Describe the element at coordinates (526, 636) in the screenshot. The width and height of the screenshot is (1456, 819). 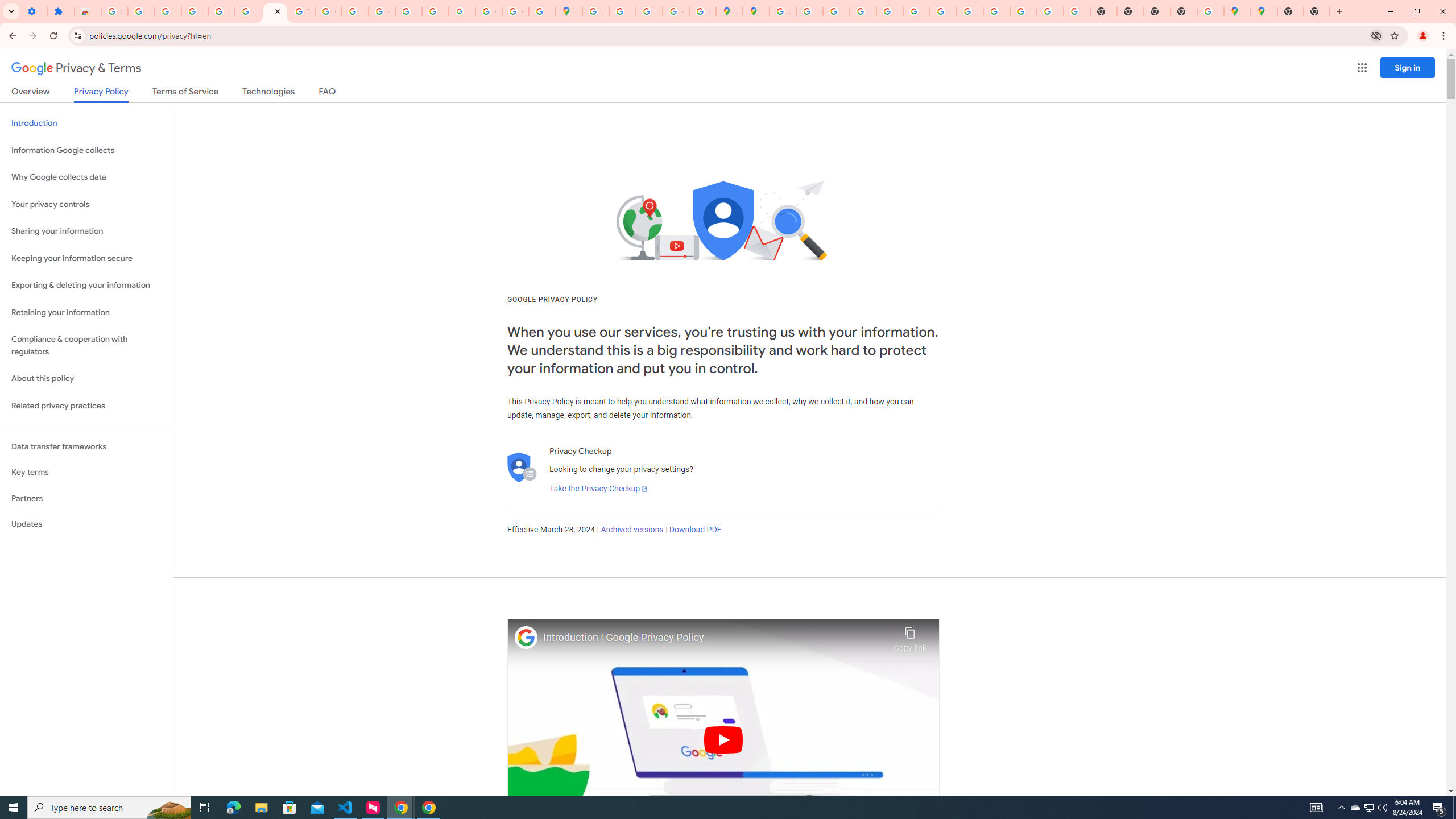
I see `'Photo image of Google'` at that location.